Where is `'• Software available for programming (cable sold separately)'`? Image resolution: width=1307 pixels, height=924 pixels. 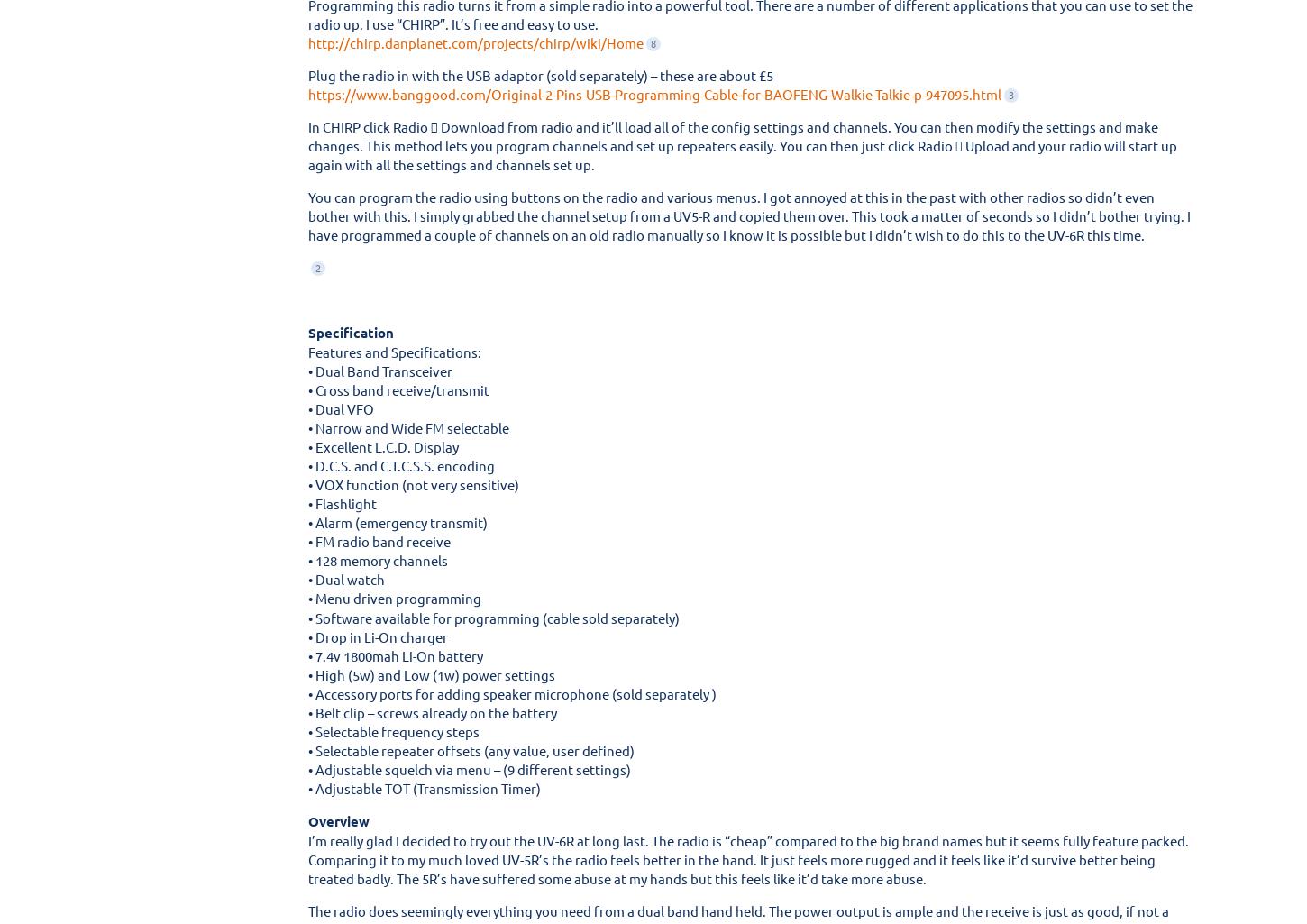
'• Software available for programming (cable sold separately)' is located at coordinates (493, 617).